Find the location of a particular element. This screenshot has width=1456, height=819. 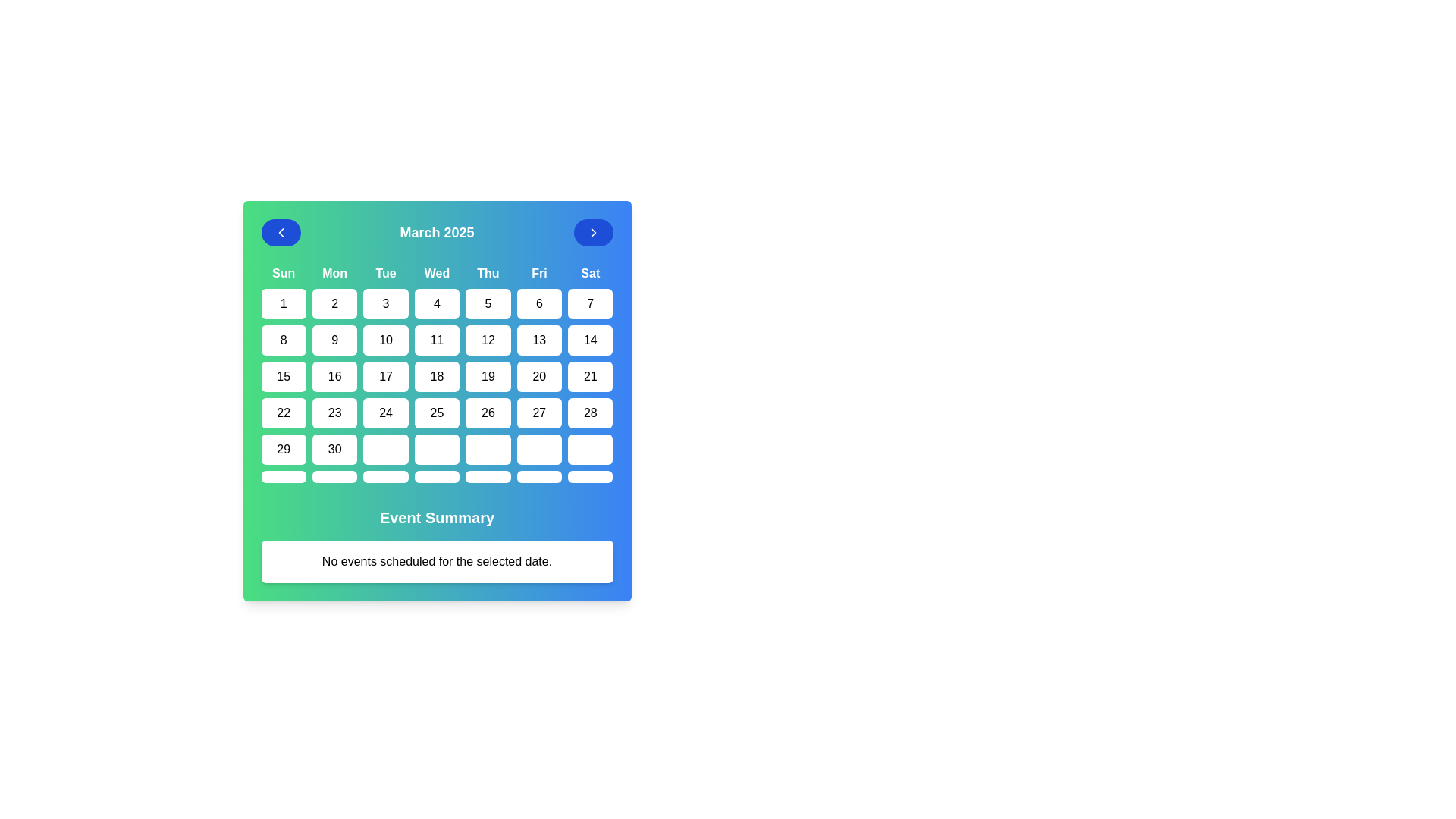

the interactive button for the date '25' located in the sixth column and fourth row of the calendar grid under the 'Wed' header is located at coordinates (436, 413).